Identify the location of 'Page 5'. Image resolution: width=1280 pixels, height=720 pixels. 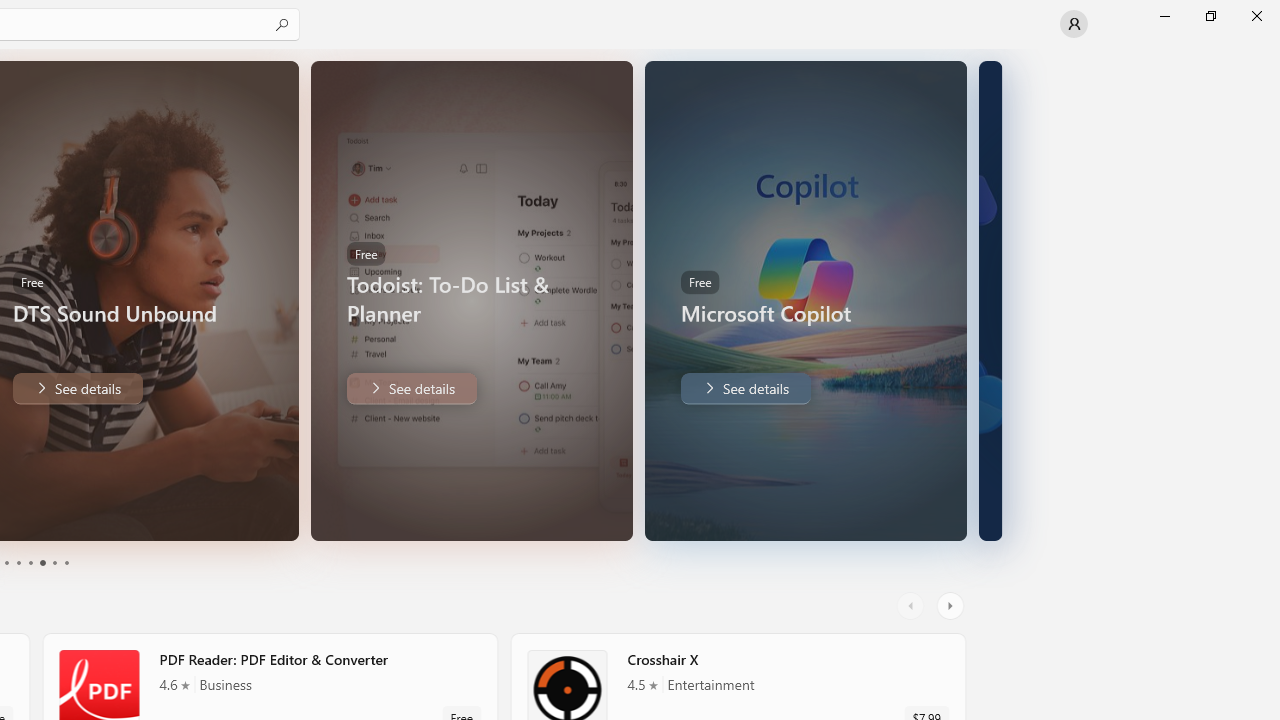
(54, 563).